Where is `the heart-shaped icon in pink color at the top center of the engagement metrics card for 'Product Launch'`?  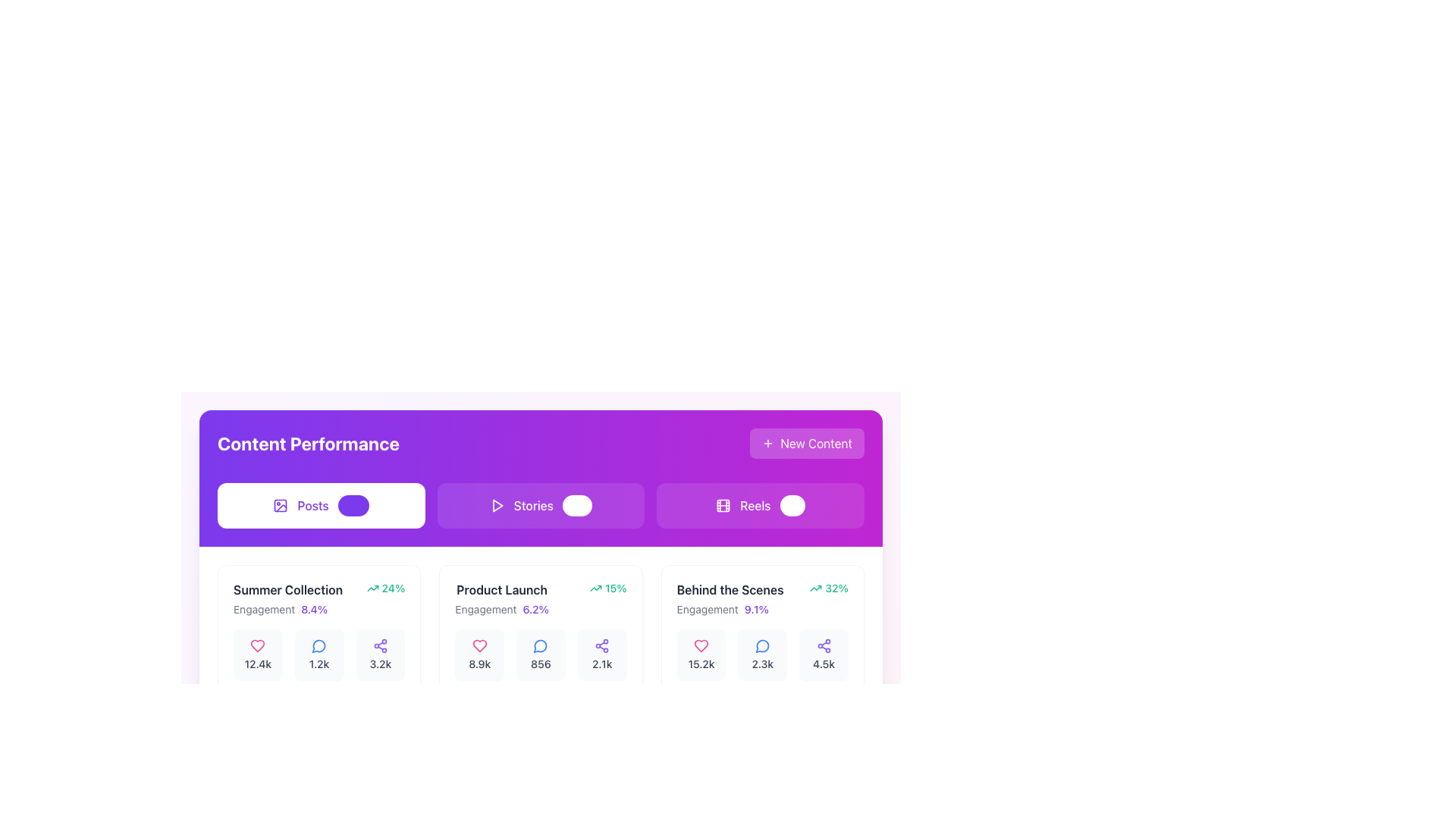
the heart-shaped icon in pink color at the top center of the engagement metrics card for 'Product Launch' is located at coordinates (479, 646).